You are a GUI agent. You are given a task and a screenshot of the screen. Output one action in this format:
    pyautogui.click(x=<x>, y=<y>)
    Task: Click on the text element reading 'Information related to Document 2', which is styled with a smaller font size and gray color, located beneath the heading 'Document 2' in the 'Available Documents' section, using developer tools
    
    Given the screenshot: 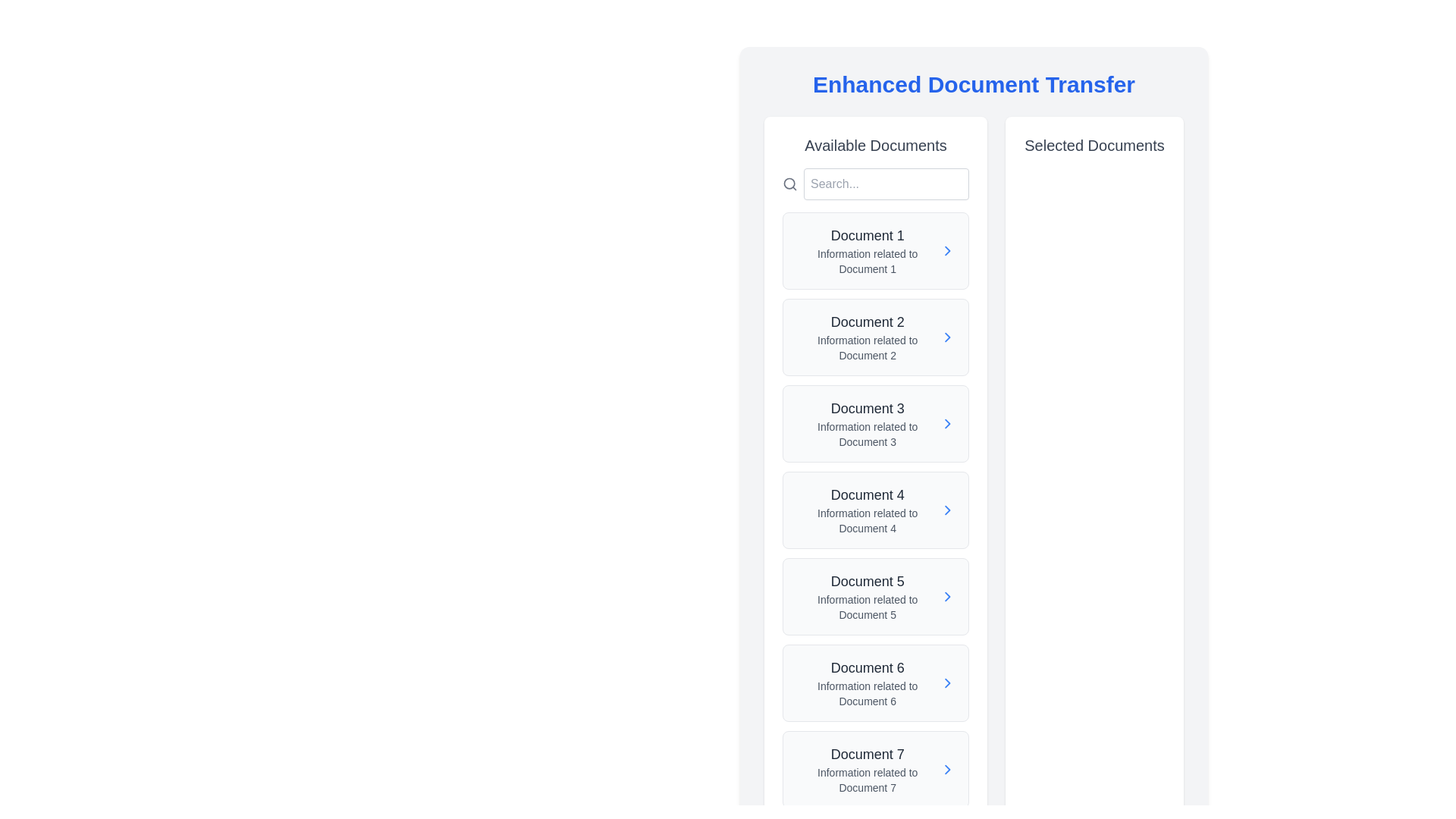 What is the action you would take?
    pyautogui.click(x=868, y=348)
    